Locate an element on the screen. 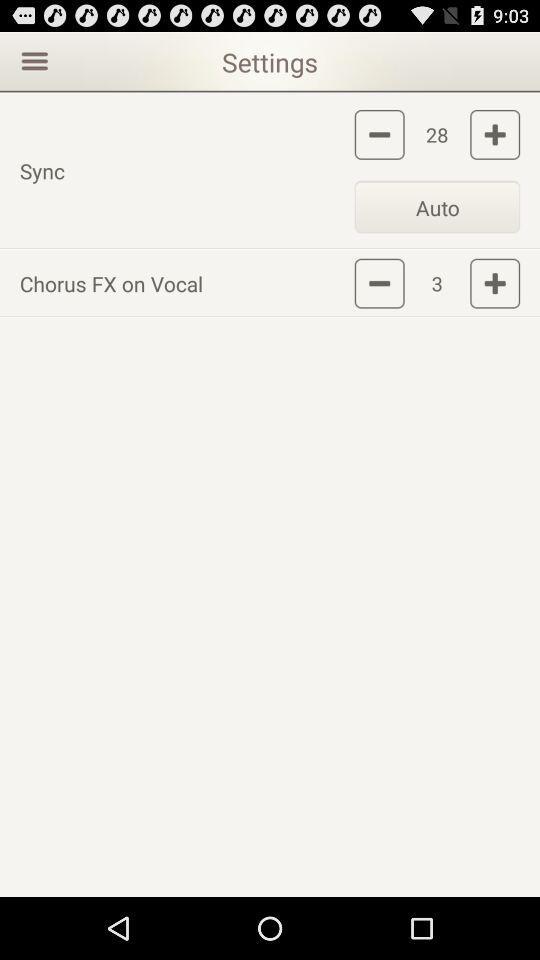 The width and height of the screenshot is (540, 960). decrease intensity is located at coordinates (379, 282).